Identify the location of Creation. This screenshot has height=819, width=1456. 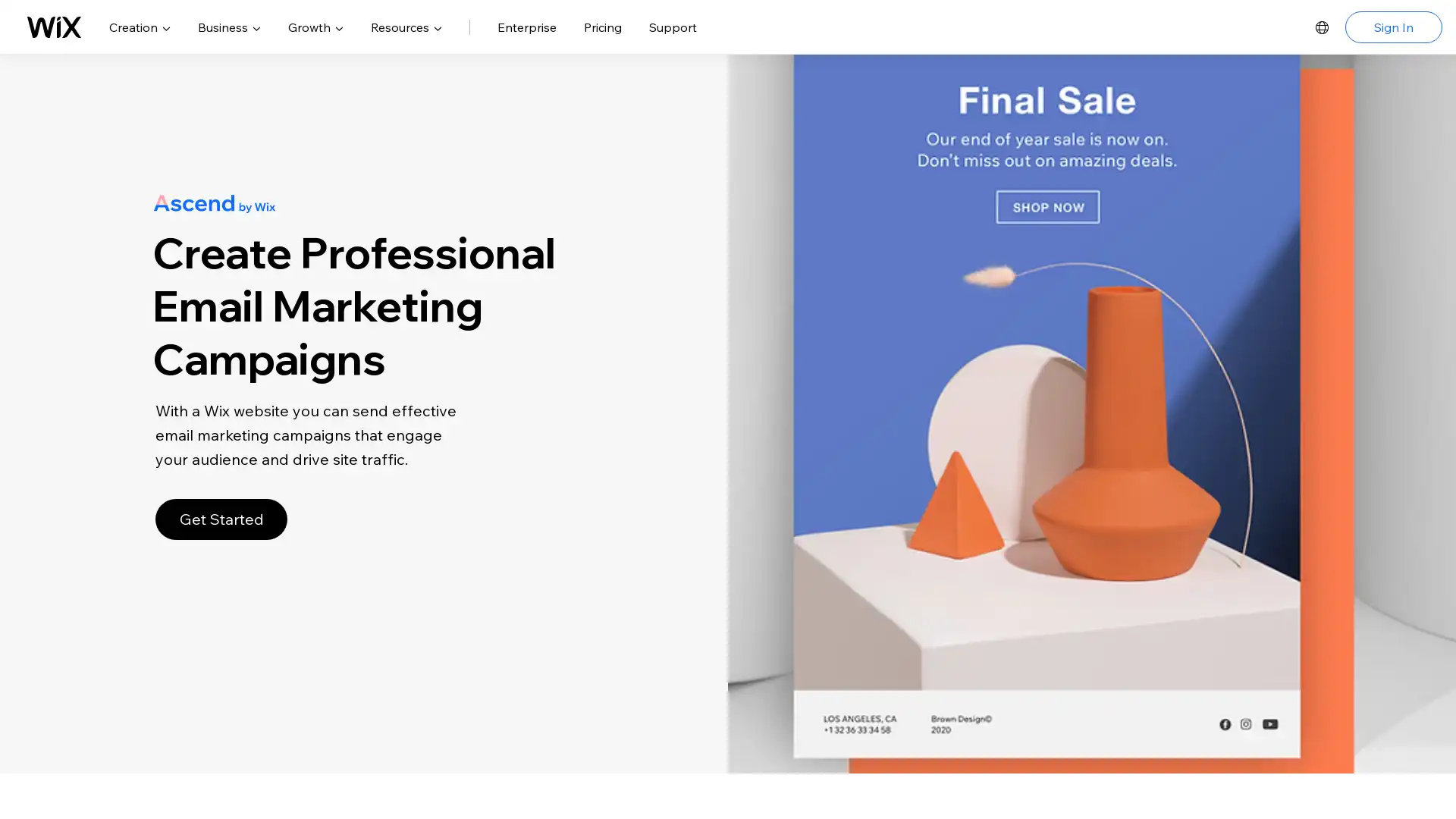
(140, 26).